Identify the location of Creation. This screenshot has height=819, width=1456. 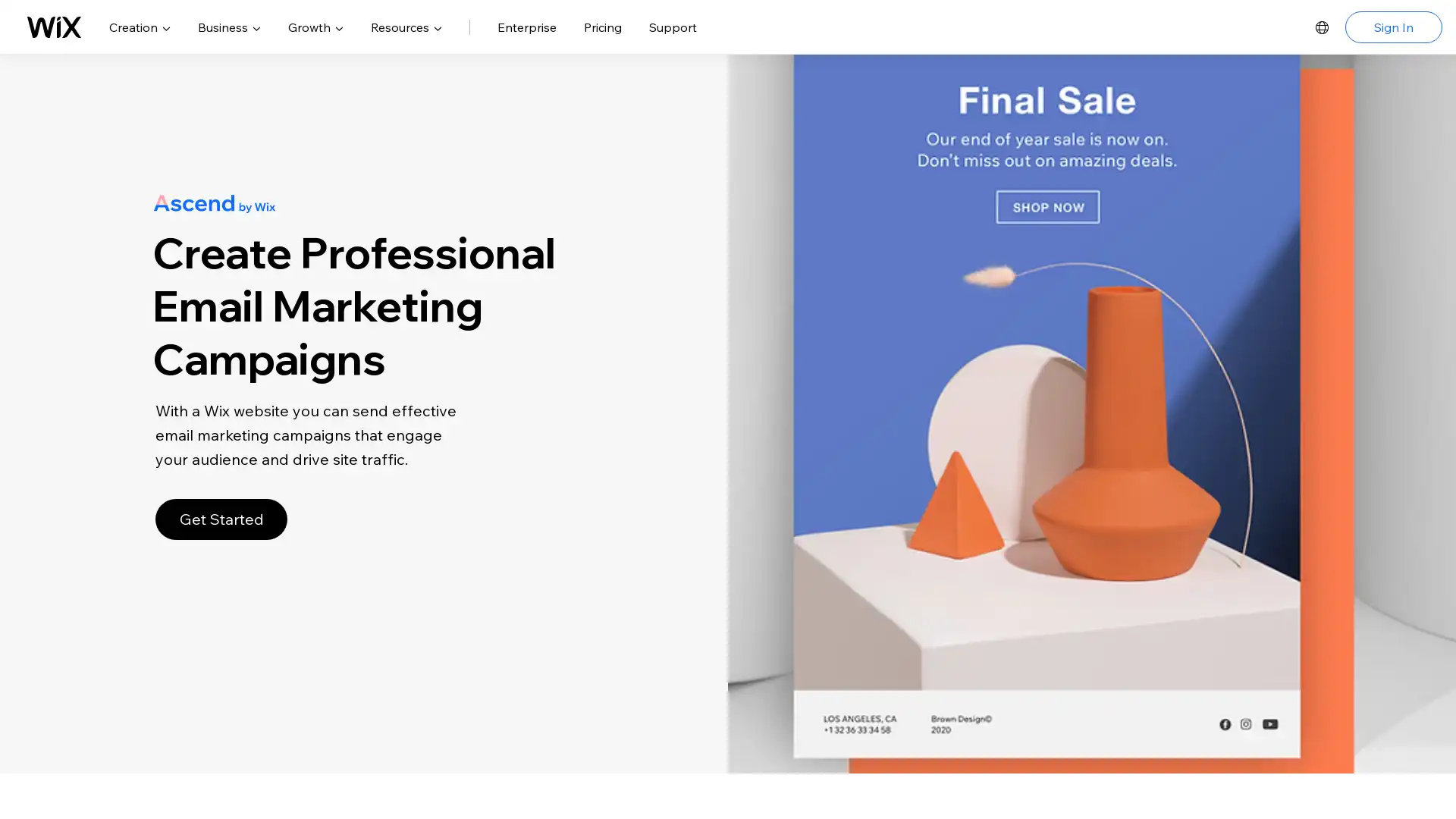
(140, 26).